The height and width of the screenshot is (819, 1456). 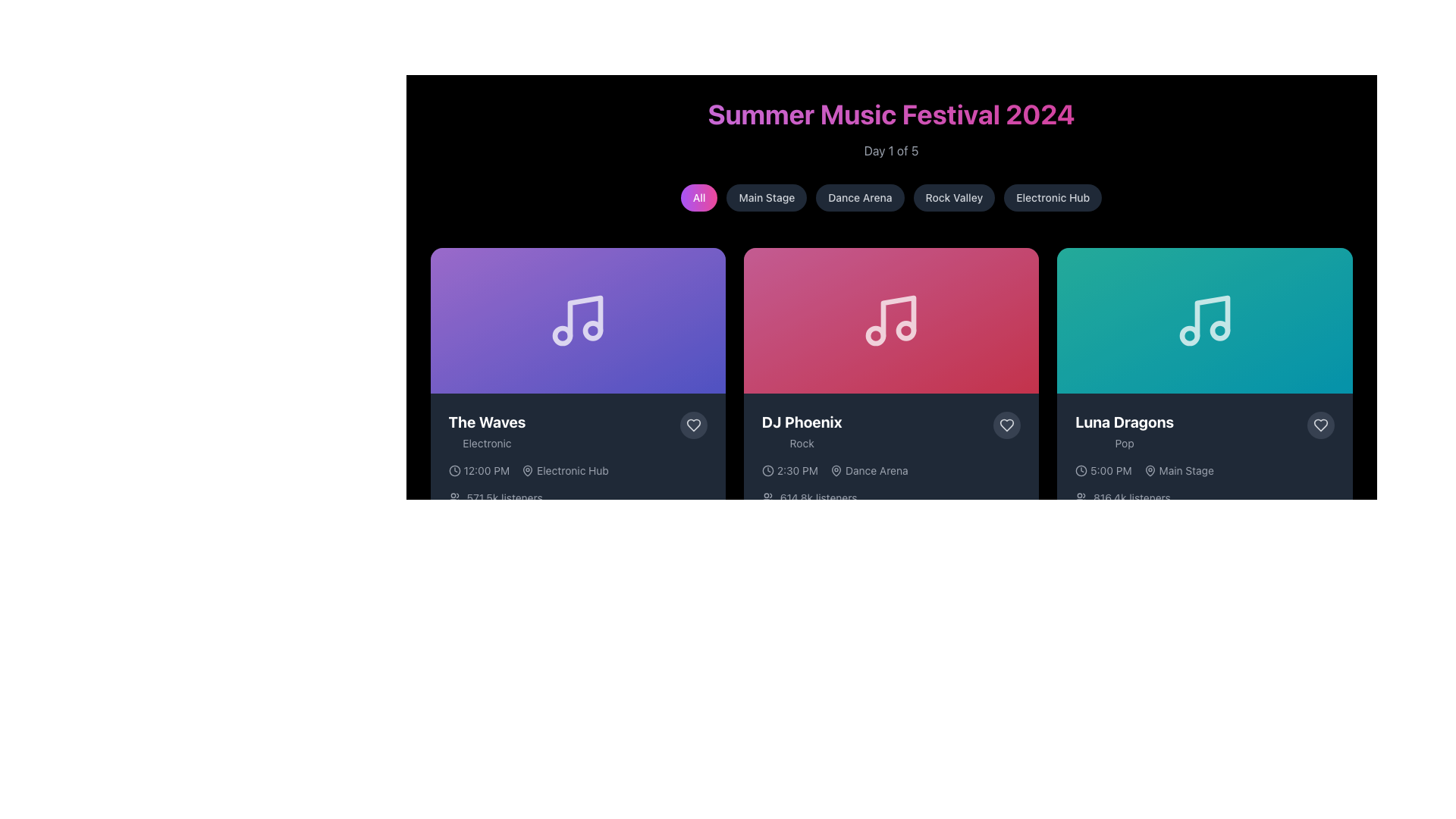 What do you see at coordinates (891, 497) in the screenshot?
I see `the informational text element displaying the number of listeners associated with 'DJ Phoenix', which is located below the event details and above the 'View Set Details' button` at bounding box center [891, 497].